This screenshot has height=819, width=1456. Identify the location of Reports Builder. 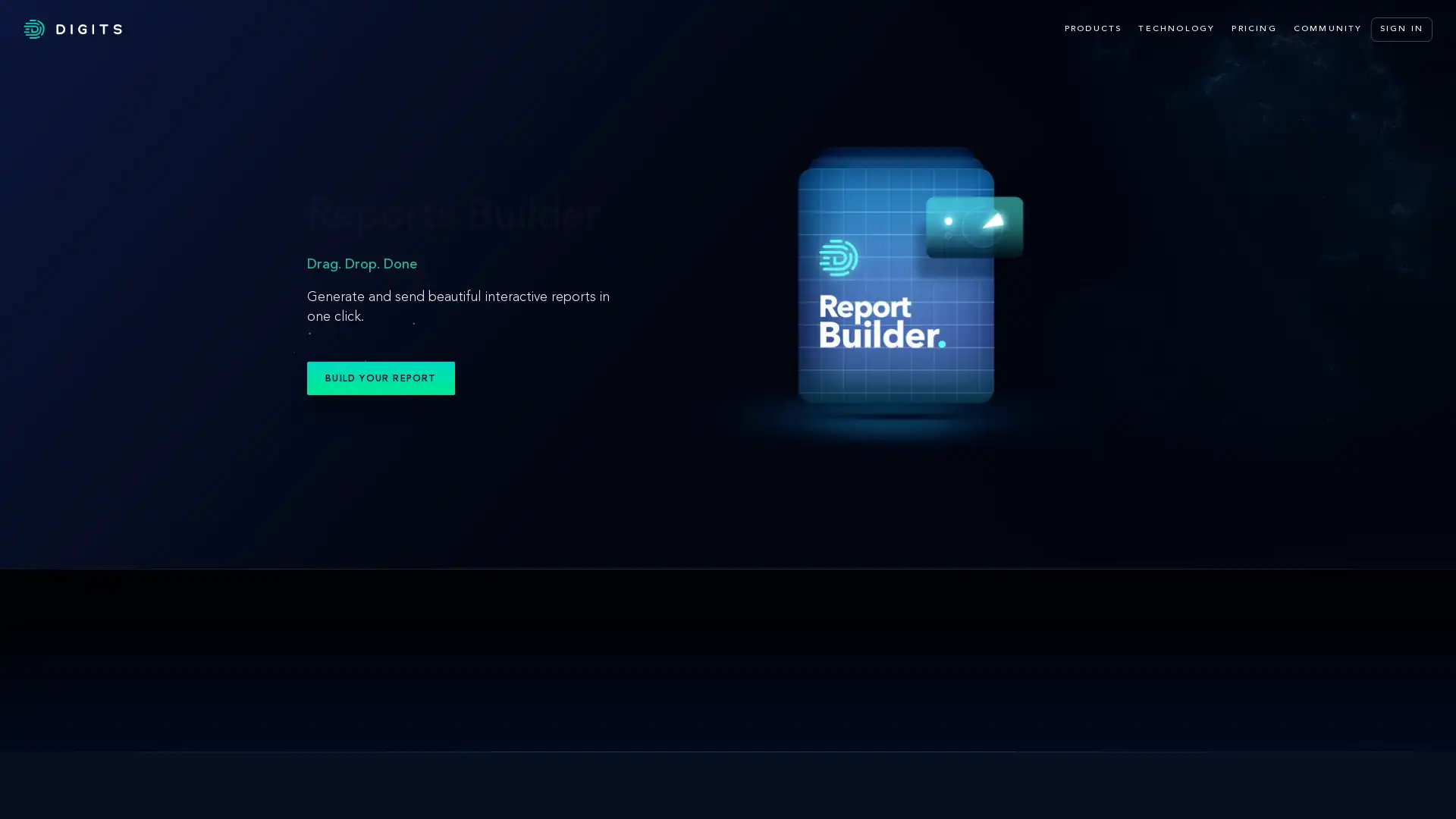
(364, 472).